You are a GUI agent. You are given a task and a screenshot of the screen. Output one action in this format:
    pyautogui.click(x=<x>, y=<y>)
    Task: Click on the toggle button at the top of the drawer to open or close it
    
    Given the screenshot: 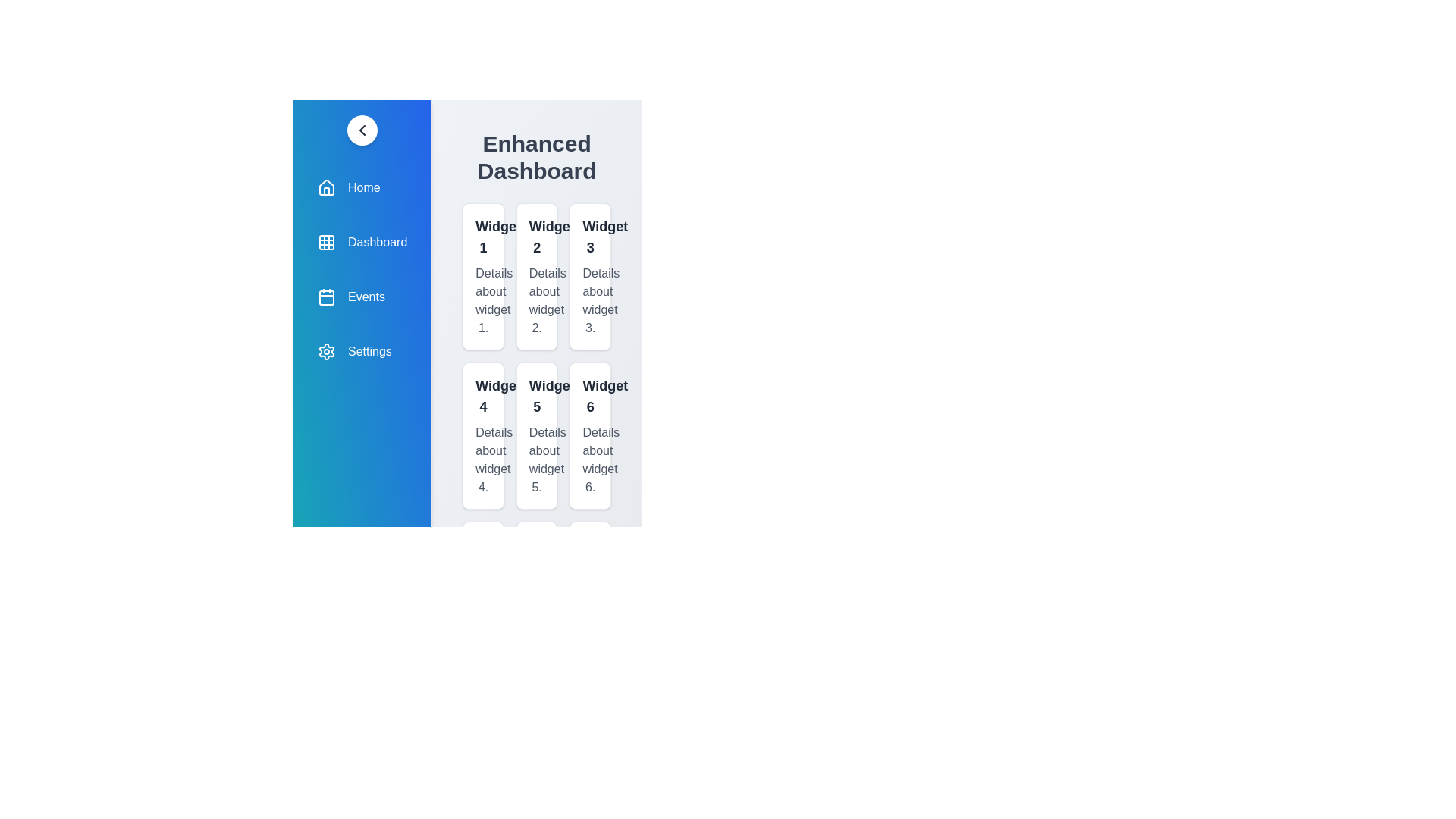 What is the action you would take?
    pyautogui.click(x=362, y=130)
    